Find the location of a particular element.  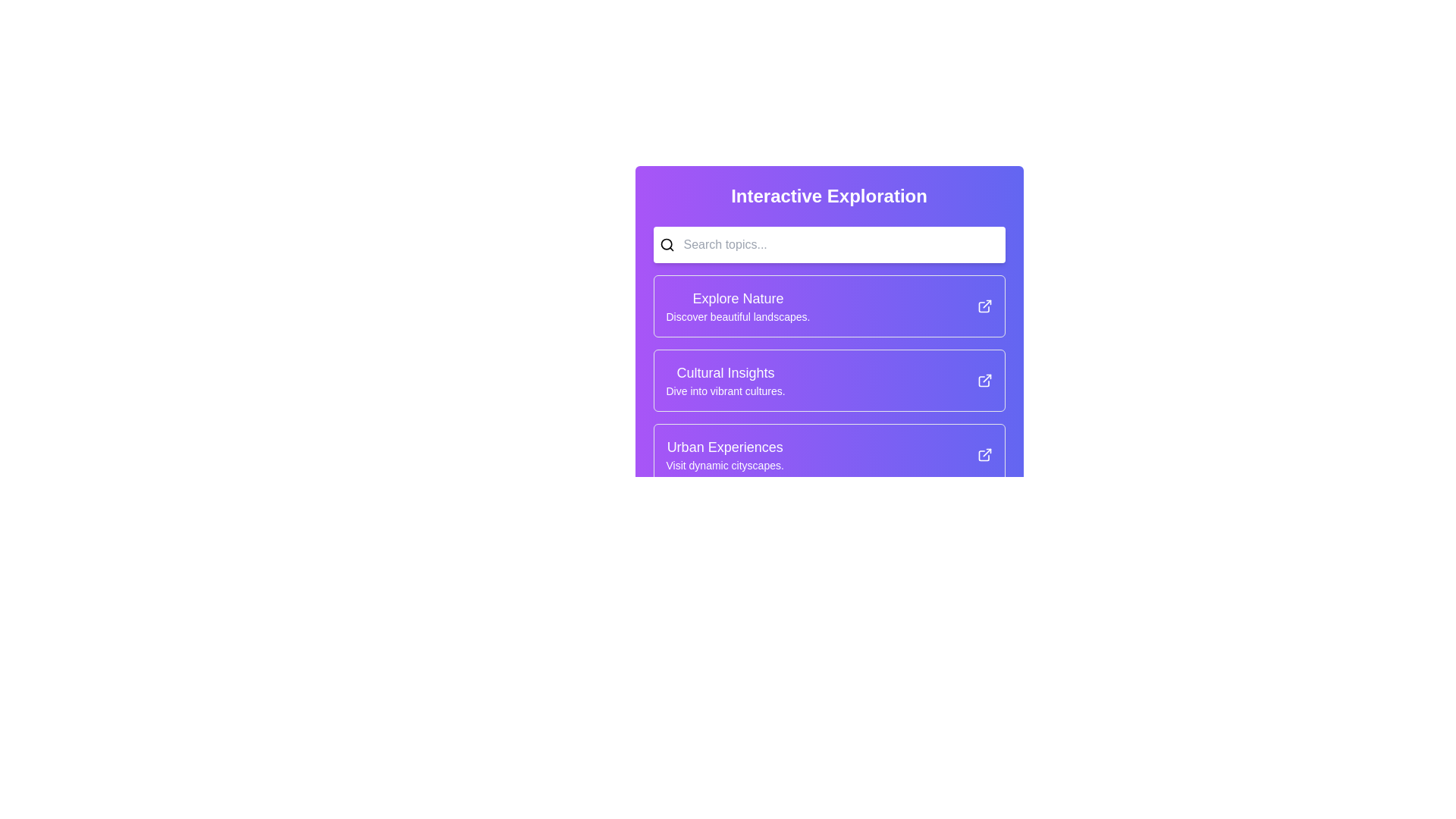

the 'Cultural Insights' button with a gradient purple background is located at coordinates (828, 379).